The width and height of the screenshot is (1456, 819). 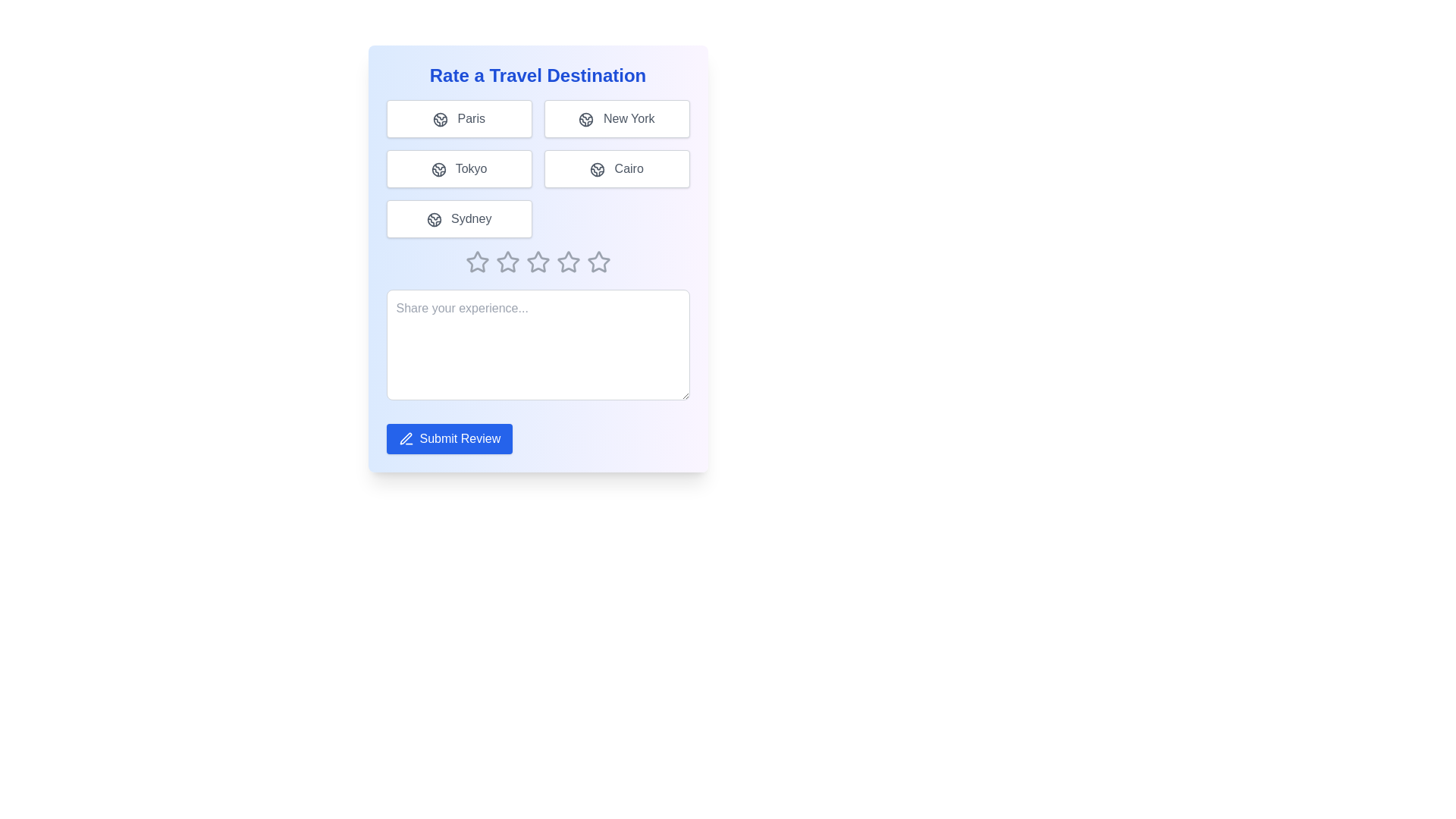 I want to click on the fifth star-shaped icon in the row of rating stars, so click(x=598, y=261).